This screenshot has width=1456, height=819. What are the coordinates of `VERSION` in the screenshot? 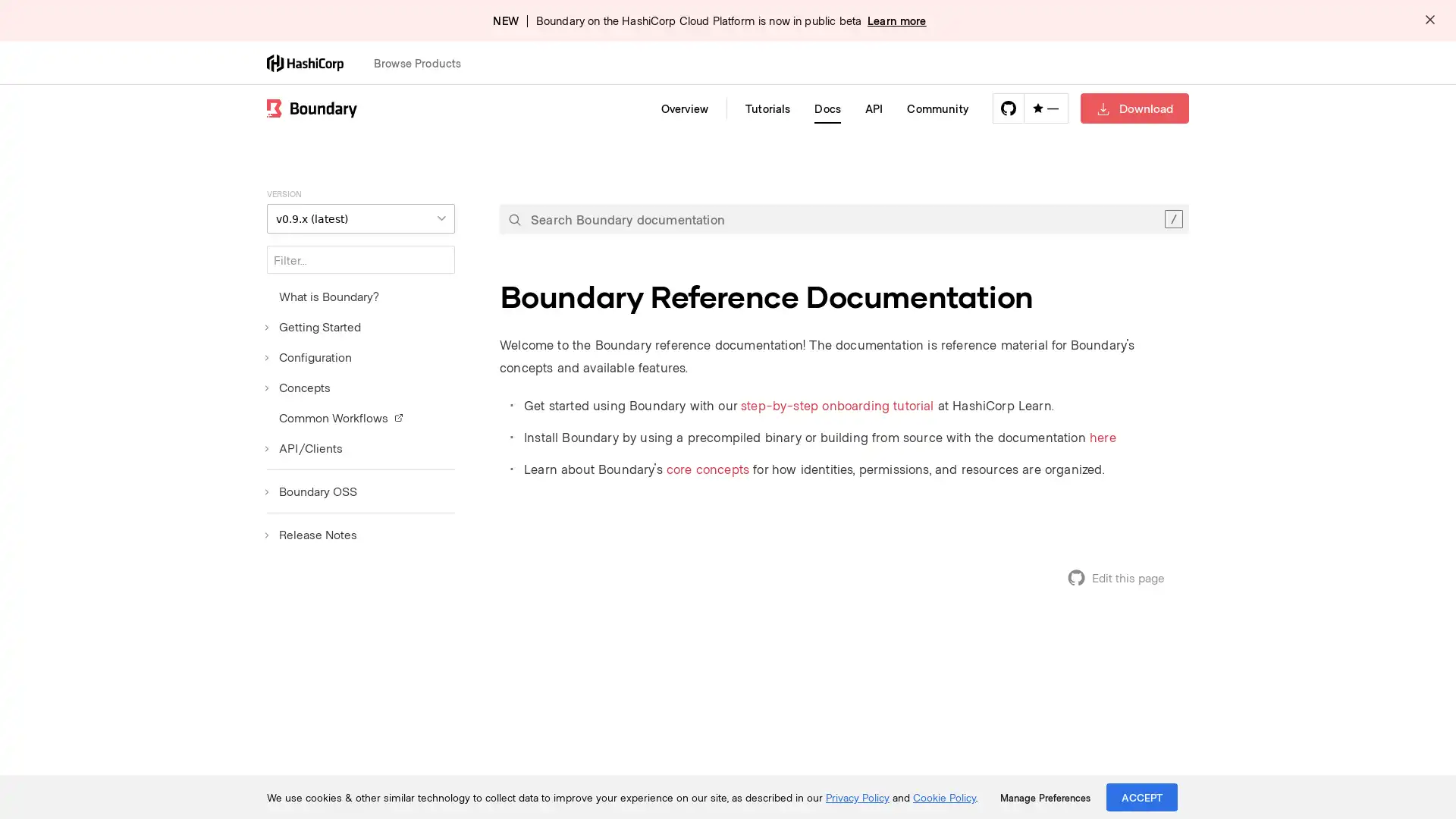 It's located at (359, 218).